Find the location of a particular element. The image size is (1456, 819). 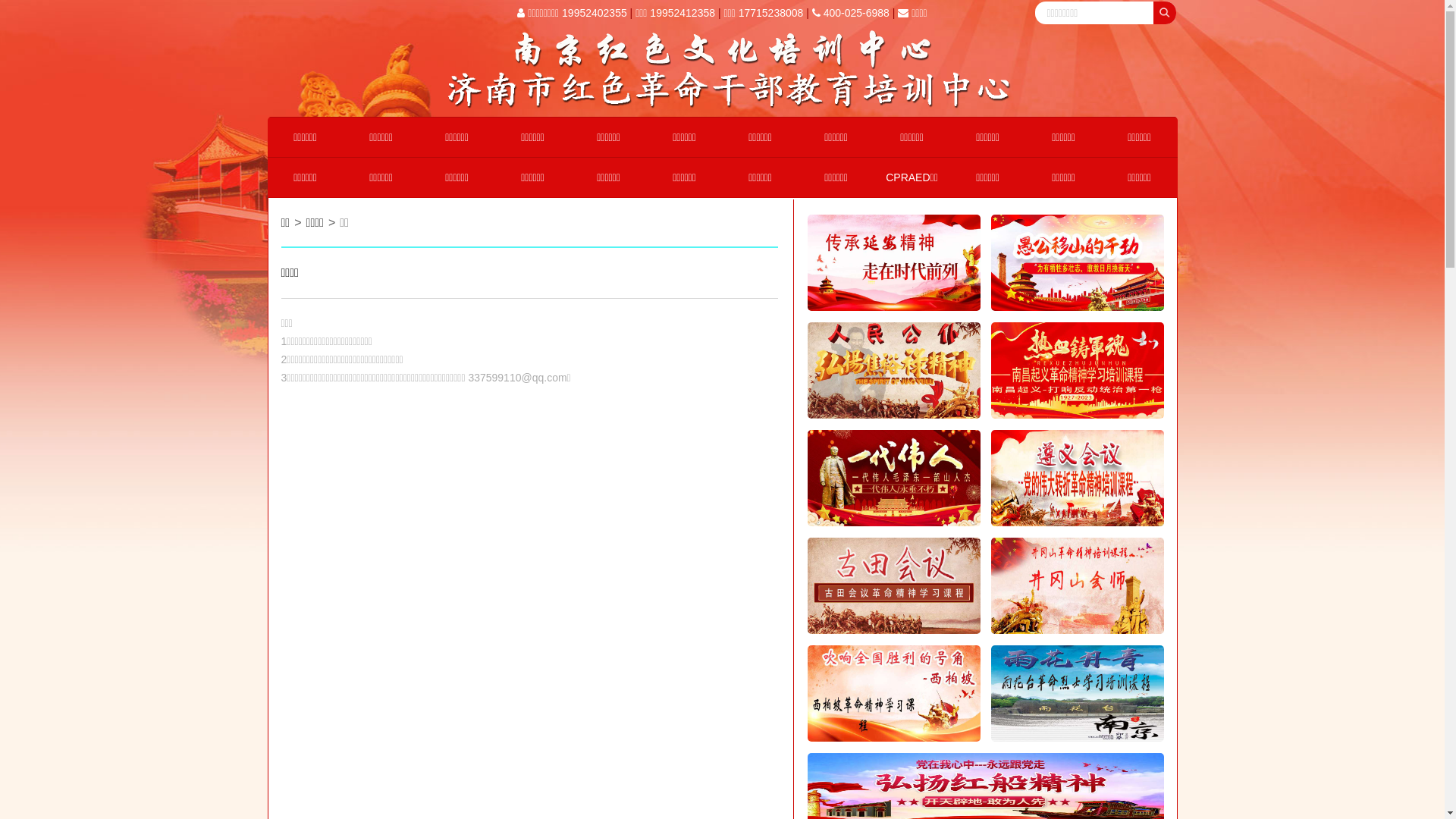

'400-025-6988' is located at coordinates (851, 12).